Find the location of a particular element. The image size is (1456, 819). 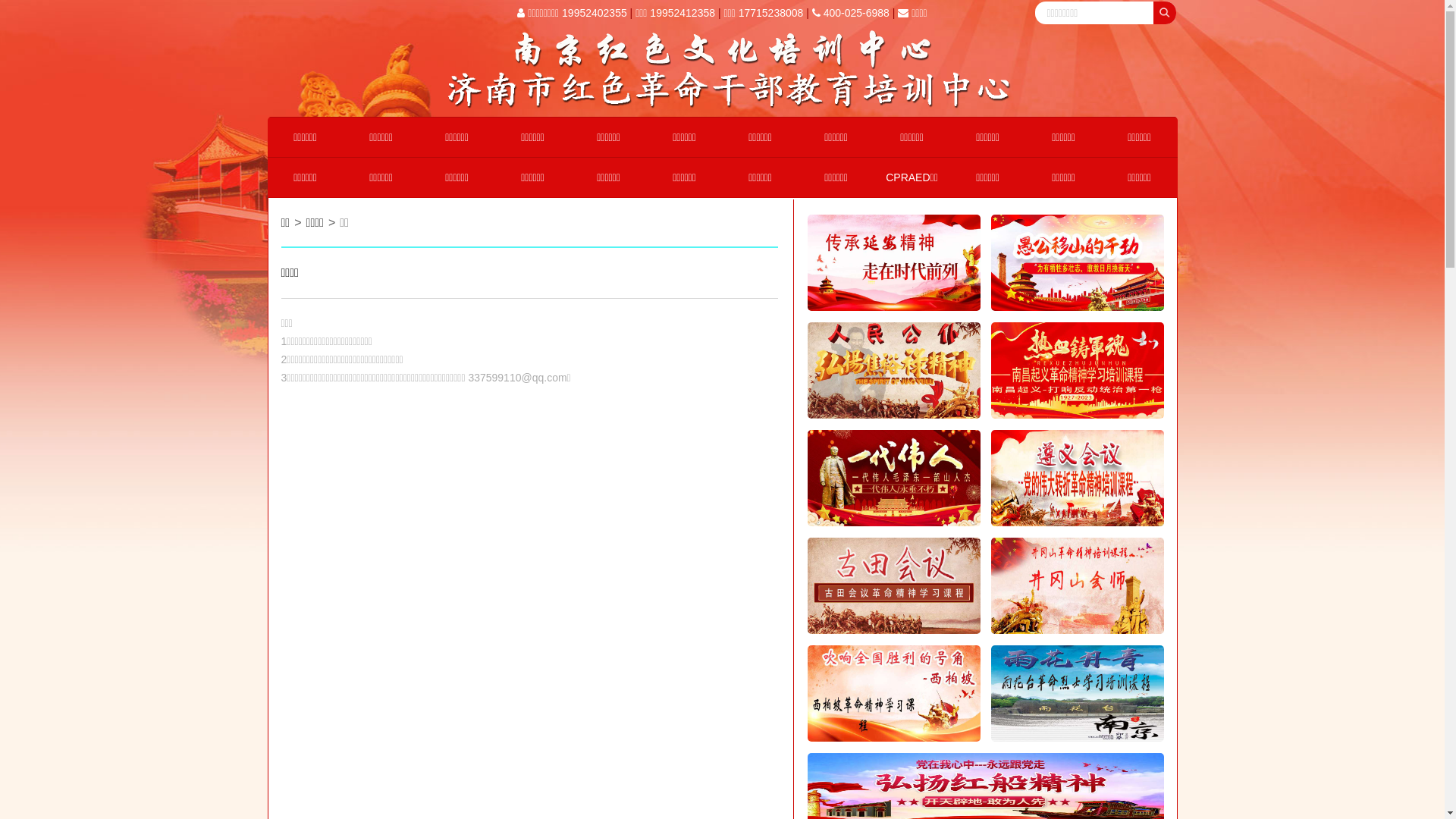

'400-025-6988' is located at coordinates (851, 12).